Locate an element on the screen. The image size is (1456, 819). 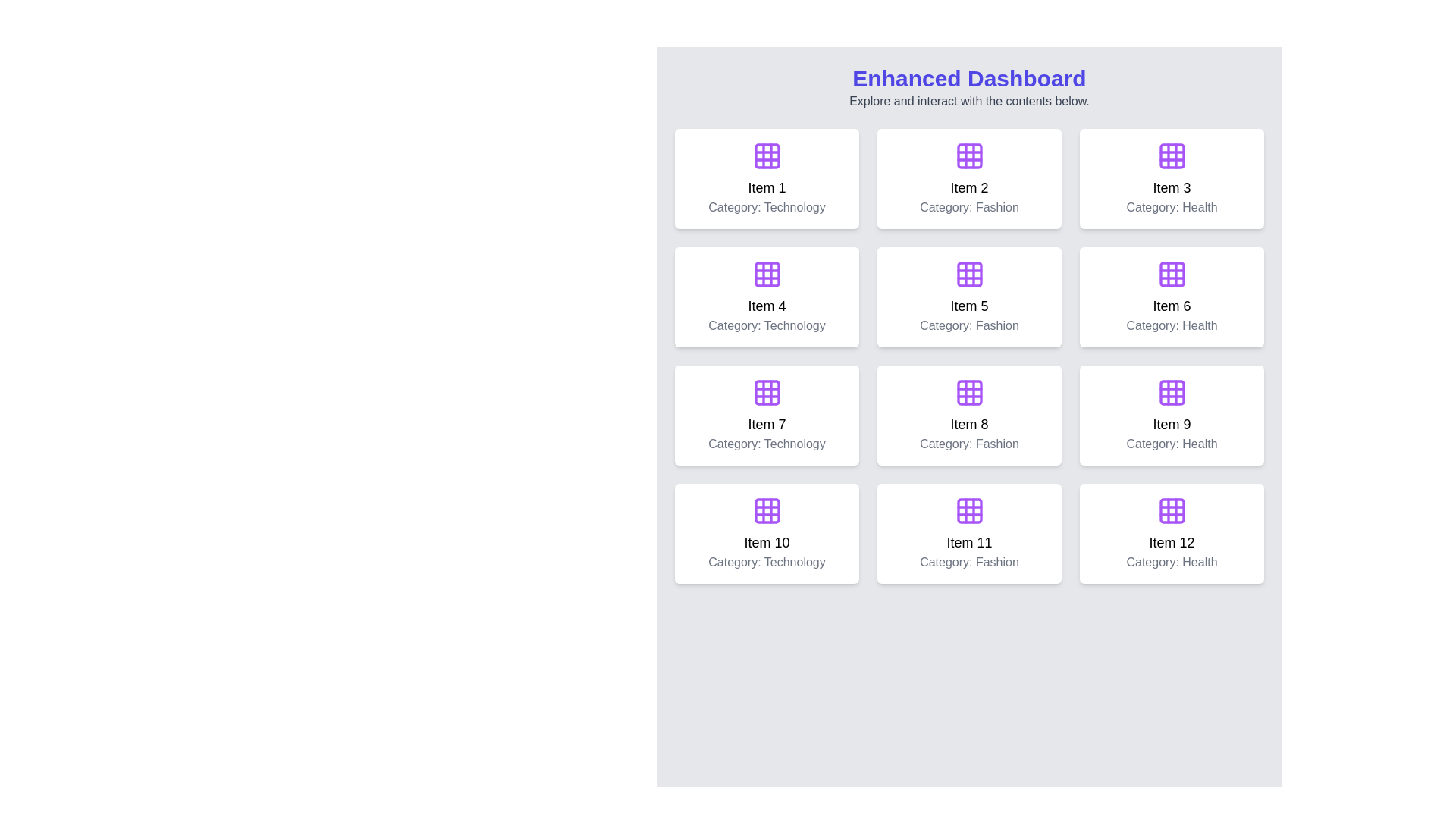
the clickable card element representing 'Item 6' in the 'Health' category, located in the second row and third column of the grid layout is located at coordinates (1171, 297).